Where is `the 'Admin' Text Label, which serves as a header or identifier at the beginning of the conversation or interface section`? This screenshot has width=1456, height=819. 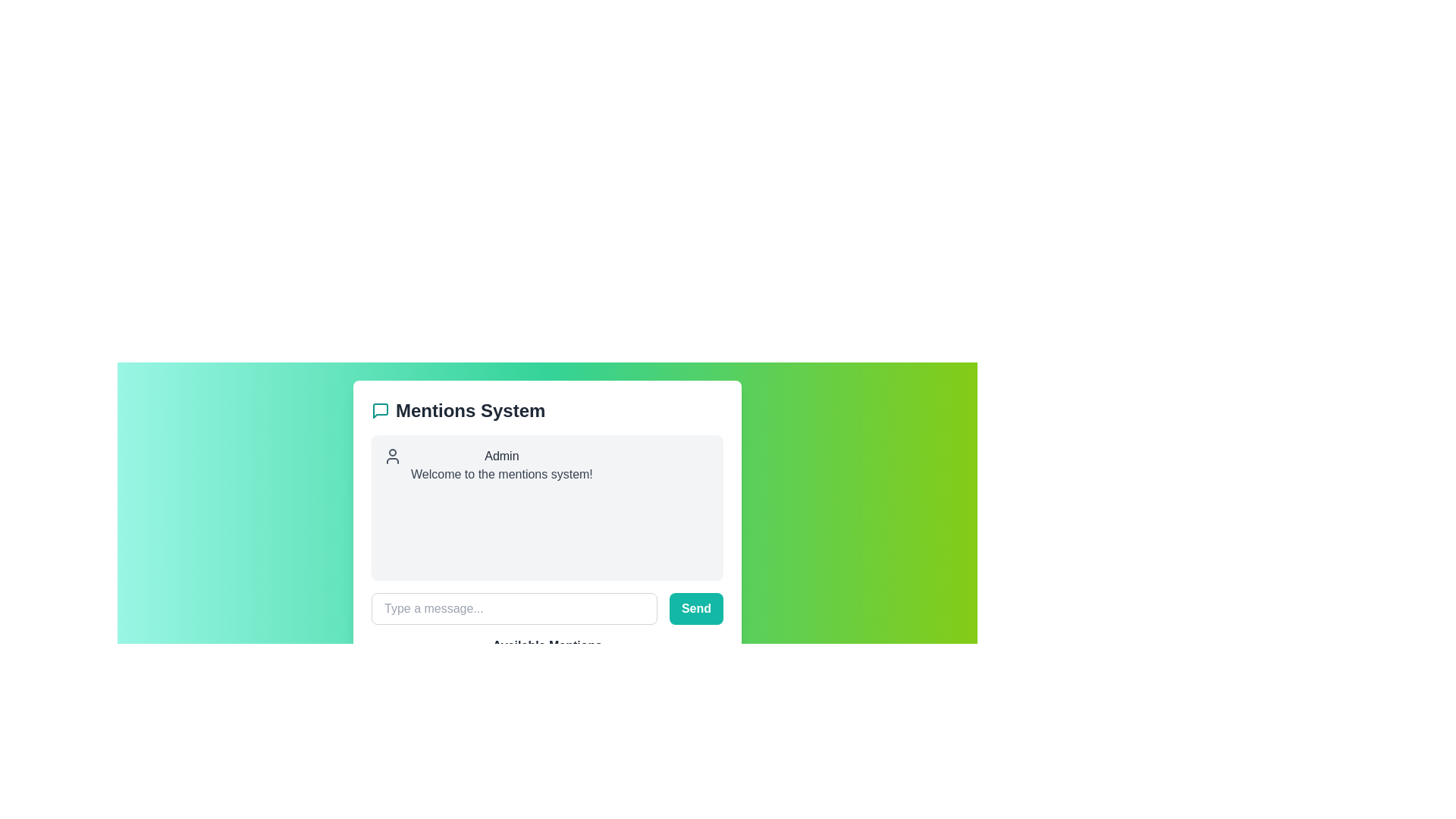 the 'Admin' Text Label, which serves as a header or identifier at the beginning of the conversation or interface section is located at coordinates (501, 455).